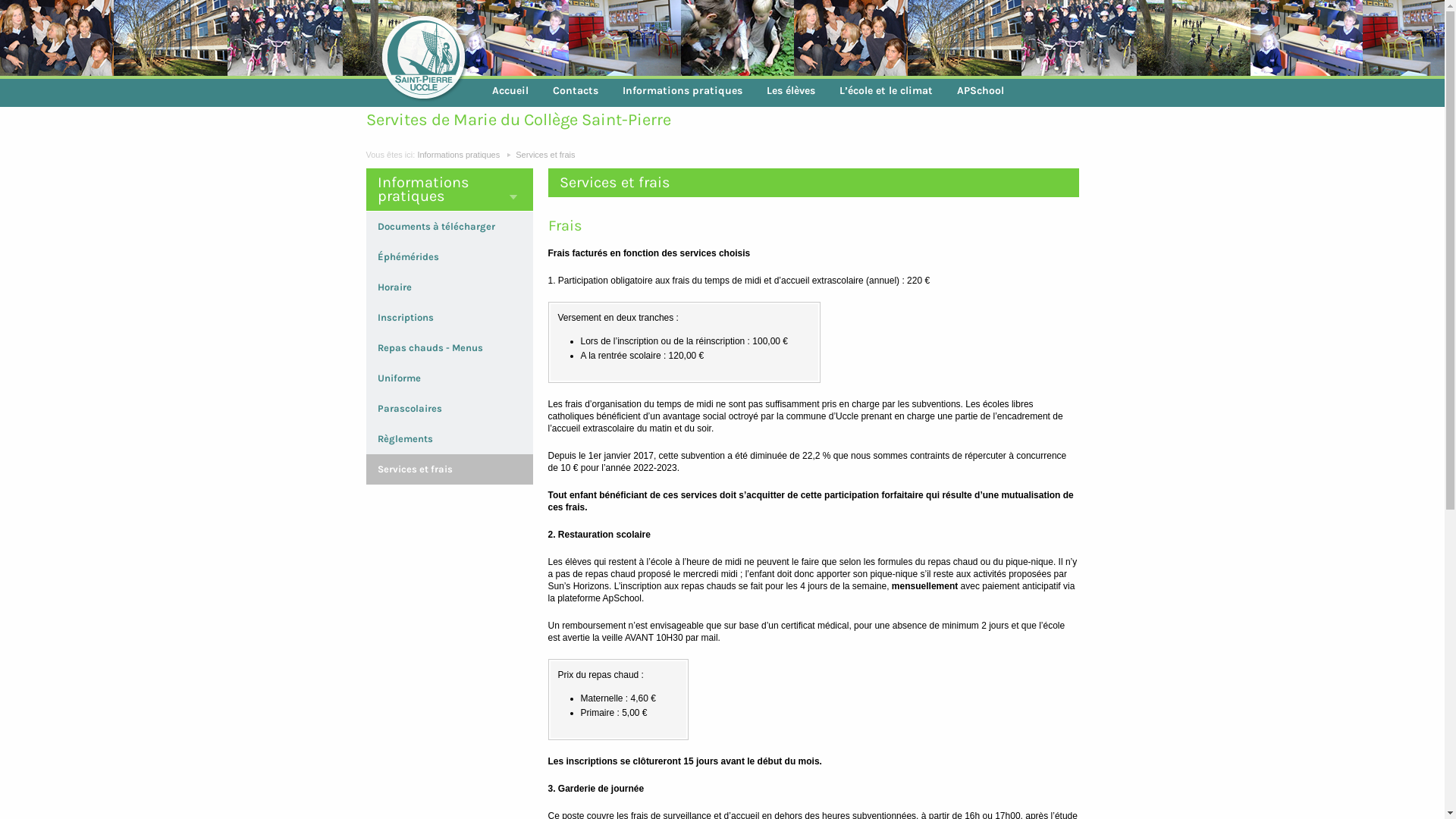 The image size is (1456, 819). What do you see at coordinates (574, 90) in the screenshot?
I see `'Contacts'` at bounding box center [574, 90].